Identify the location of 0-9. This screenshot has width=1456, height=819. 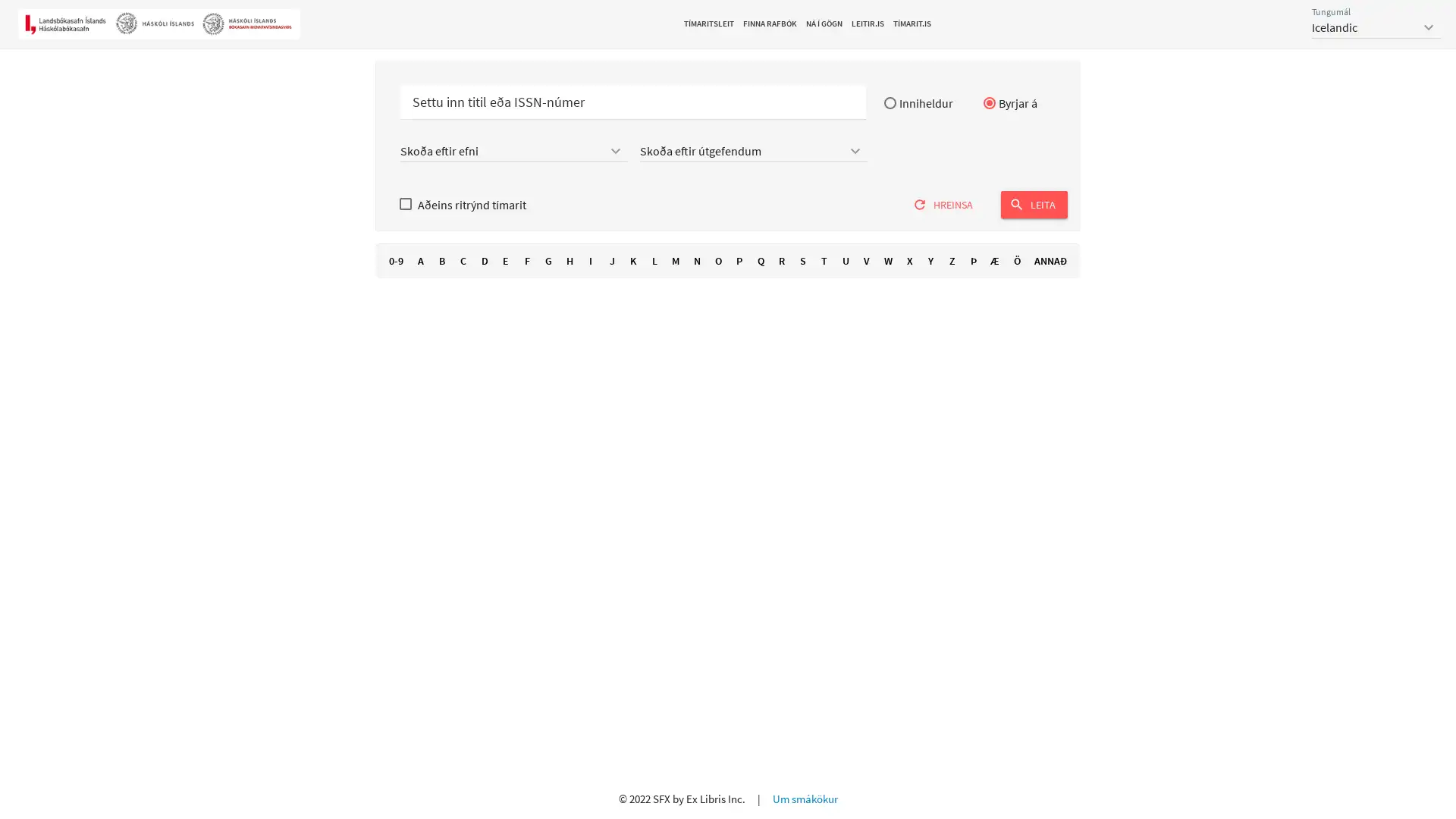
(396, 259).